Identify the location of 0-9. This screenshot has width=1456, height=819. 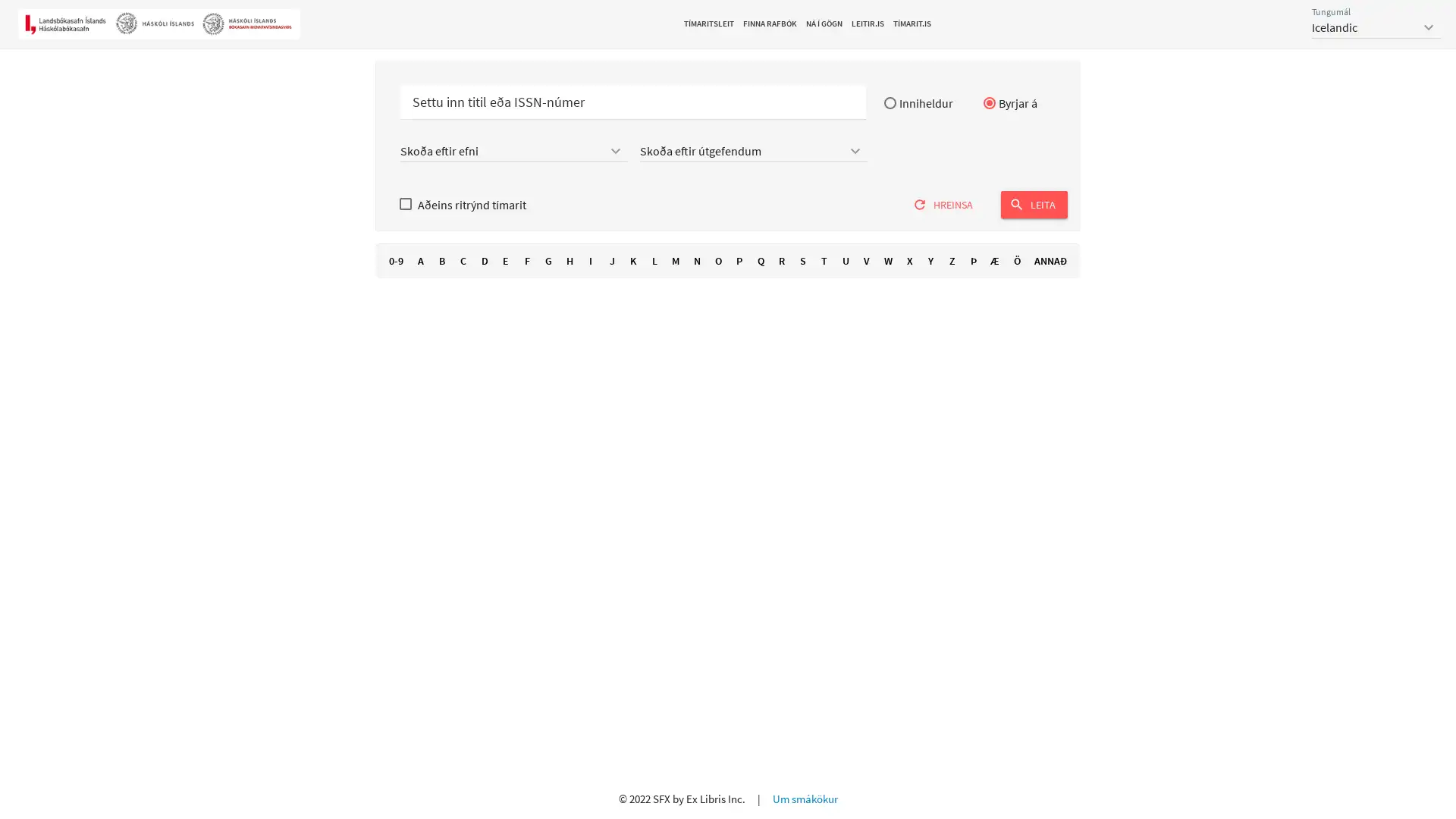
(396, 259).